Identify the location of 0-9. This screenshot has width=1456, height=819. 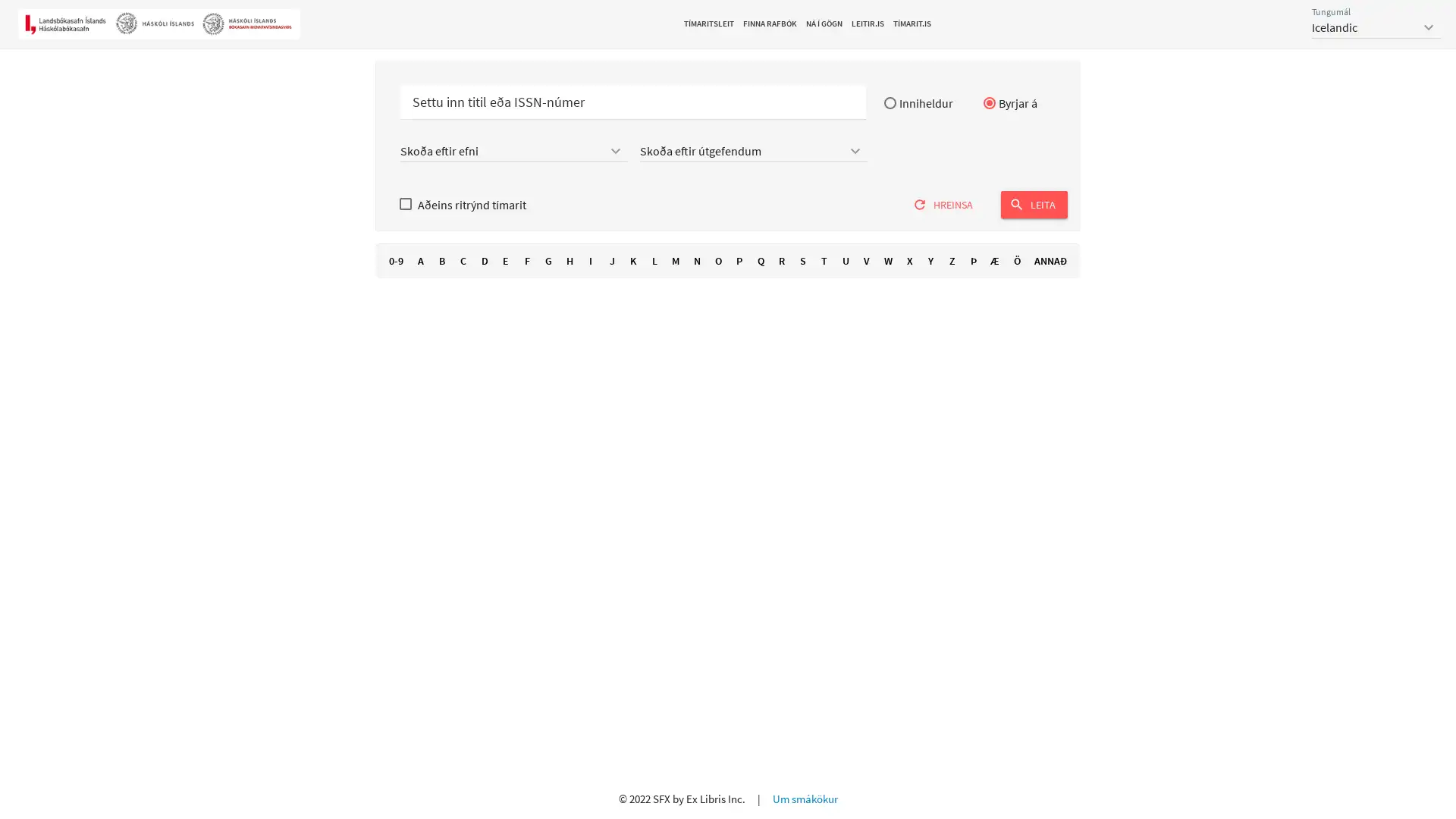
(396, 259).